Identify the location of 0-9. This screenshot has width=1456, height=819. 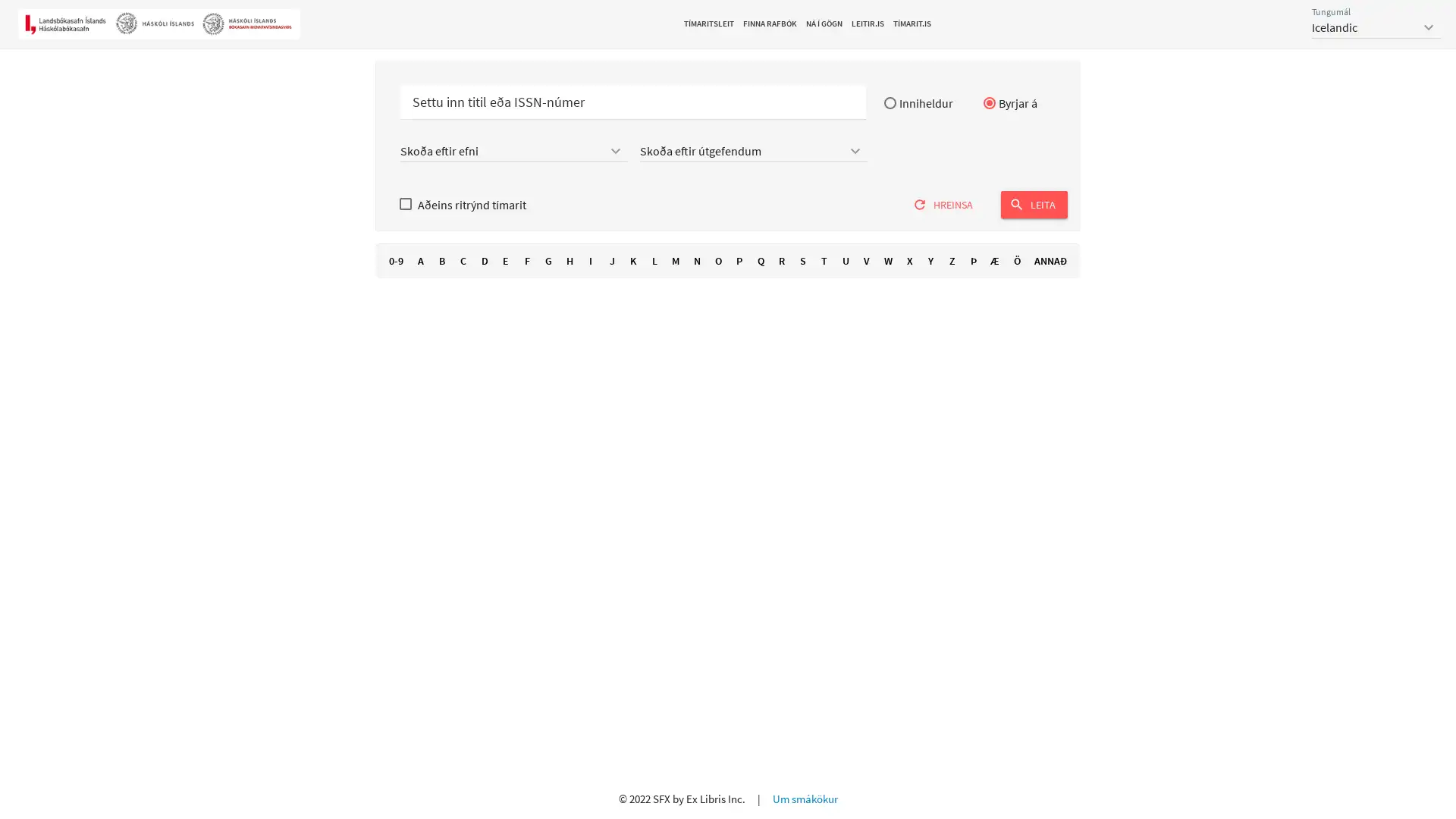
(396, 259).